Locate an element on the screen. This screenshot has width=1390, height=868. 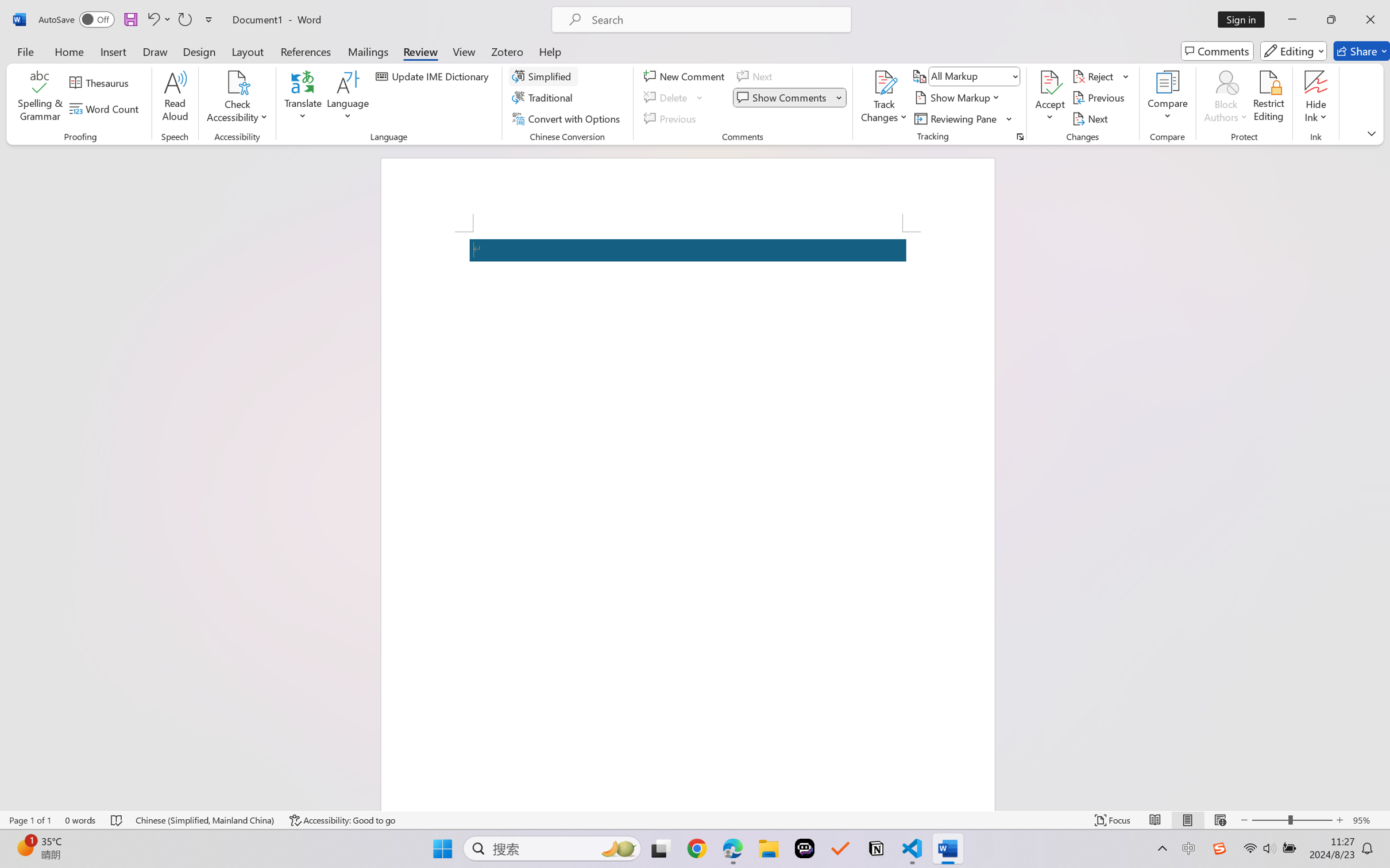
'Read Aloud' is located at coordinates (174, 98).